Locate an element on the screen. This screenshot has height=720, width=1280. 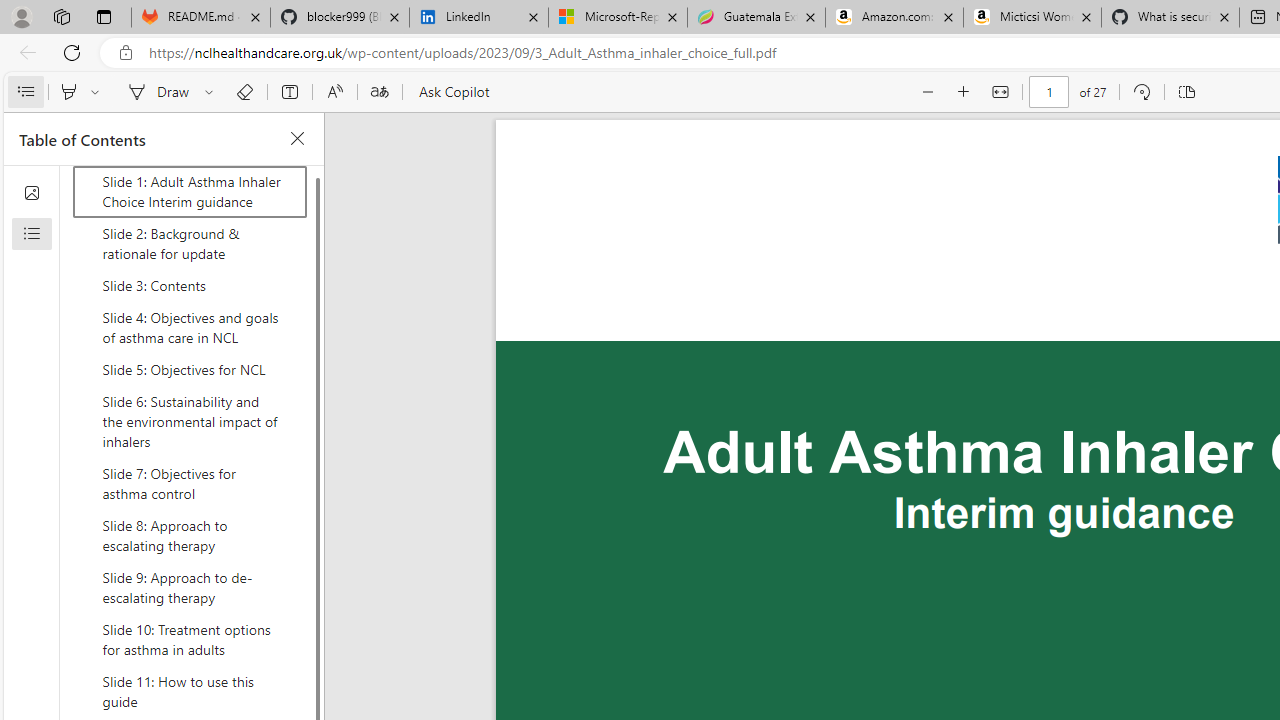
'Rotate (Ctrl+])' is located at coordinates (1141, 92).